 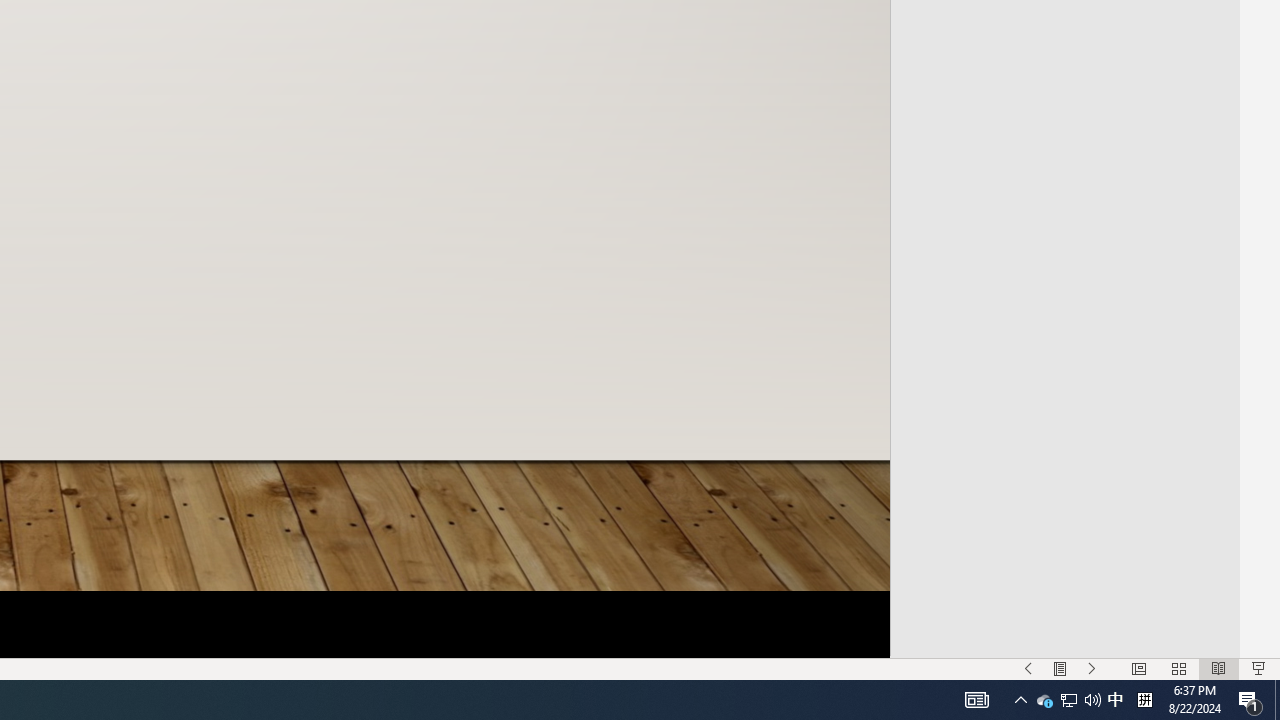 What do you see at coordinates (1218, 669) in the screenshot?
I see `'Reading View'` at bounding box center [1218, 669].